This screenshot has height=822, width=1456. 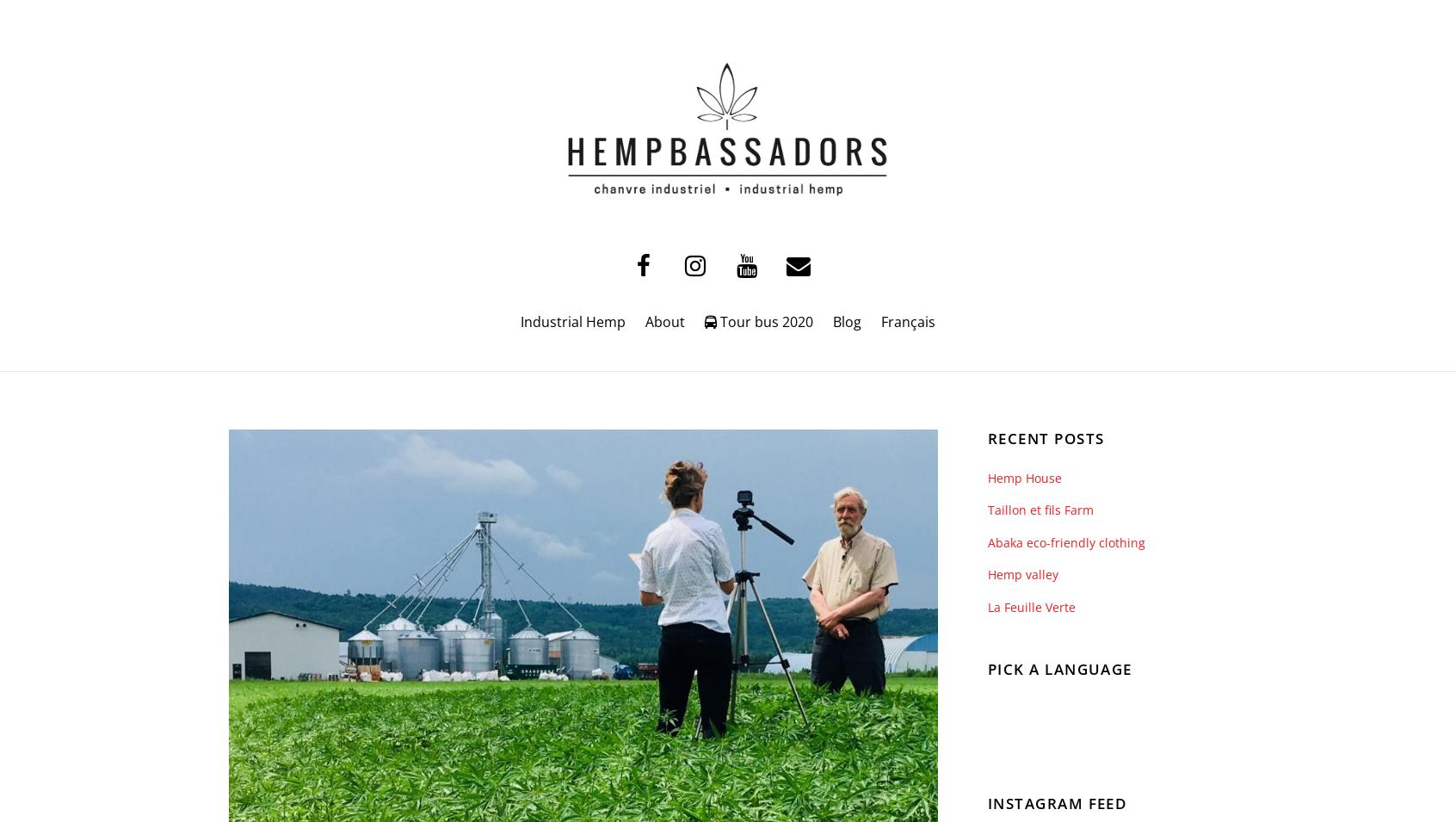 I want to click on 'Abaka eco-friendly clothing', so click(x=1065, y=541).